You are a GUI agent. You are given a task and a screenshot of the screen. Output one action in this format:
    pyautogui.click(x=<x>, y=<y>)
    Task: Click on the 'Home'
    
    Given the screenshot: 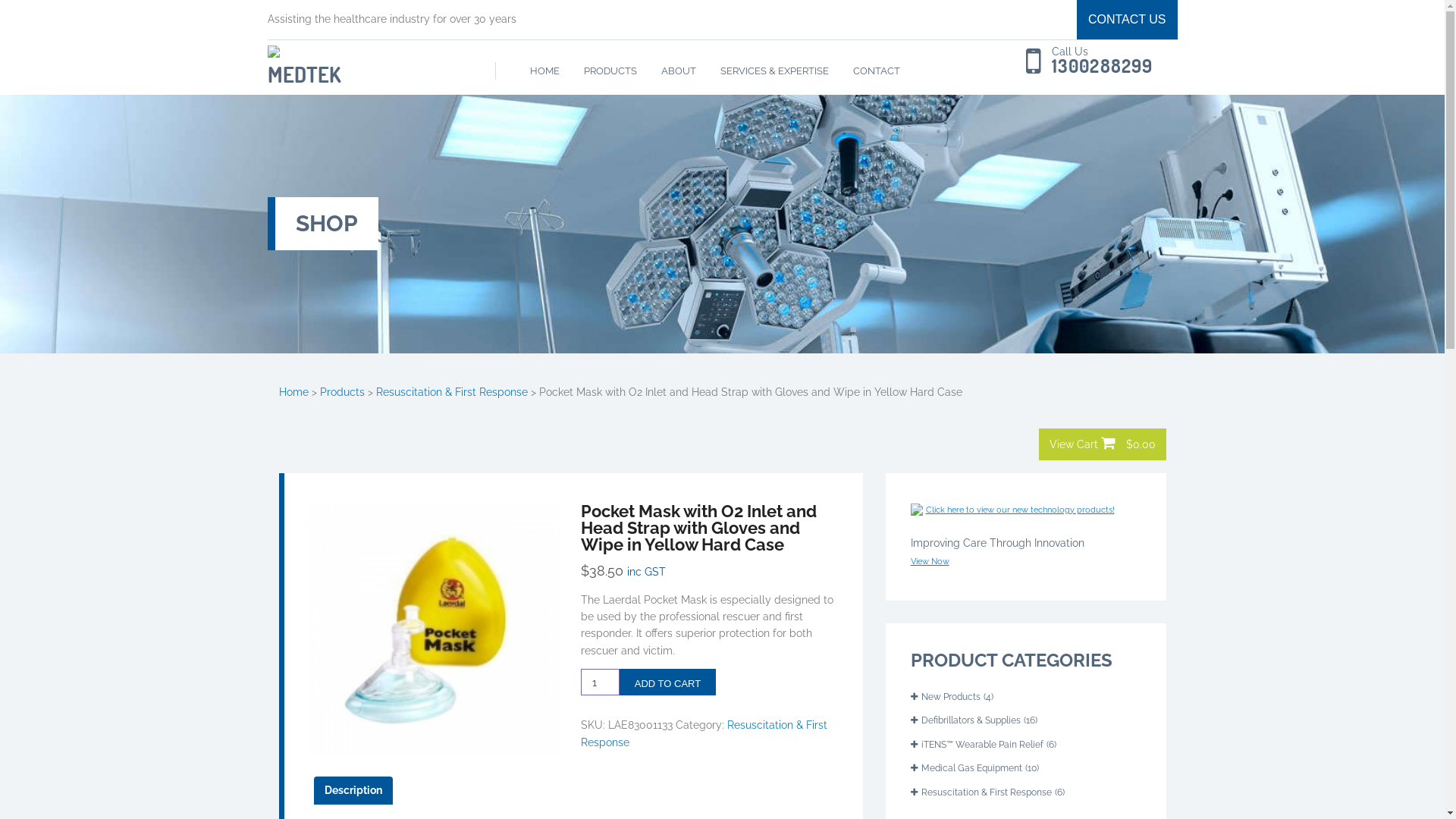 What is the action you would take?
    pyautogui.click(x=293, y=391)
    